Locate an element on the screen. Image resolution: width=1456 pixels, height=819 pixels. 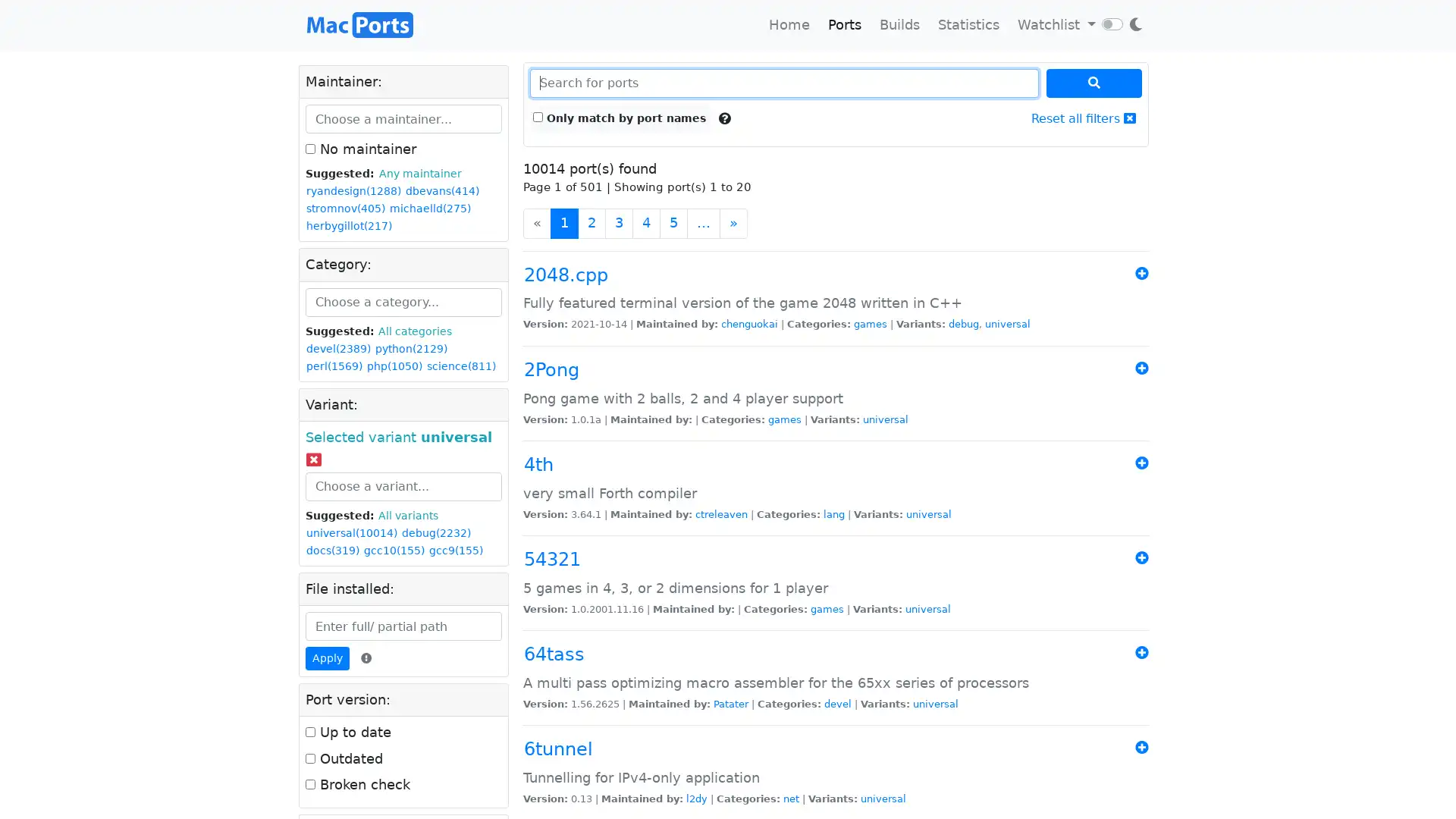
All categories is located at coordinates (415, 330).